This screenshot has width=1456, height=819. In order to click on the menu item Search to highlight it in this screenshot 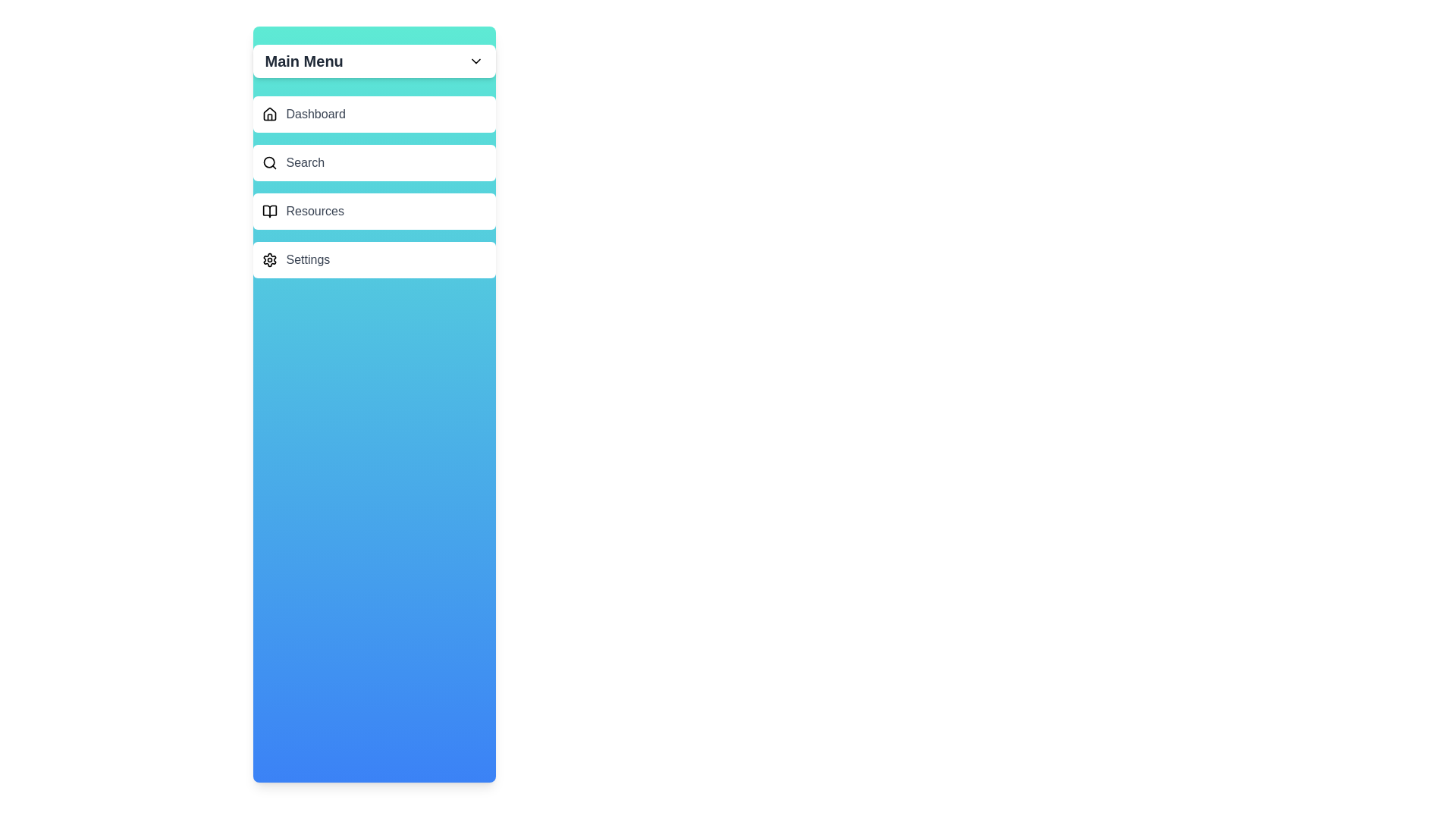, I will do `click(374, 163)`.